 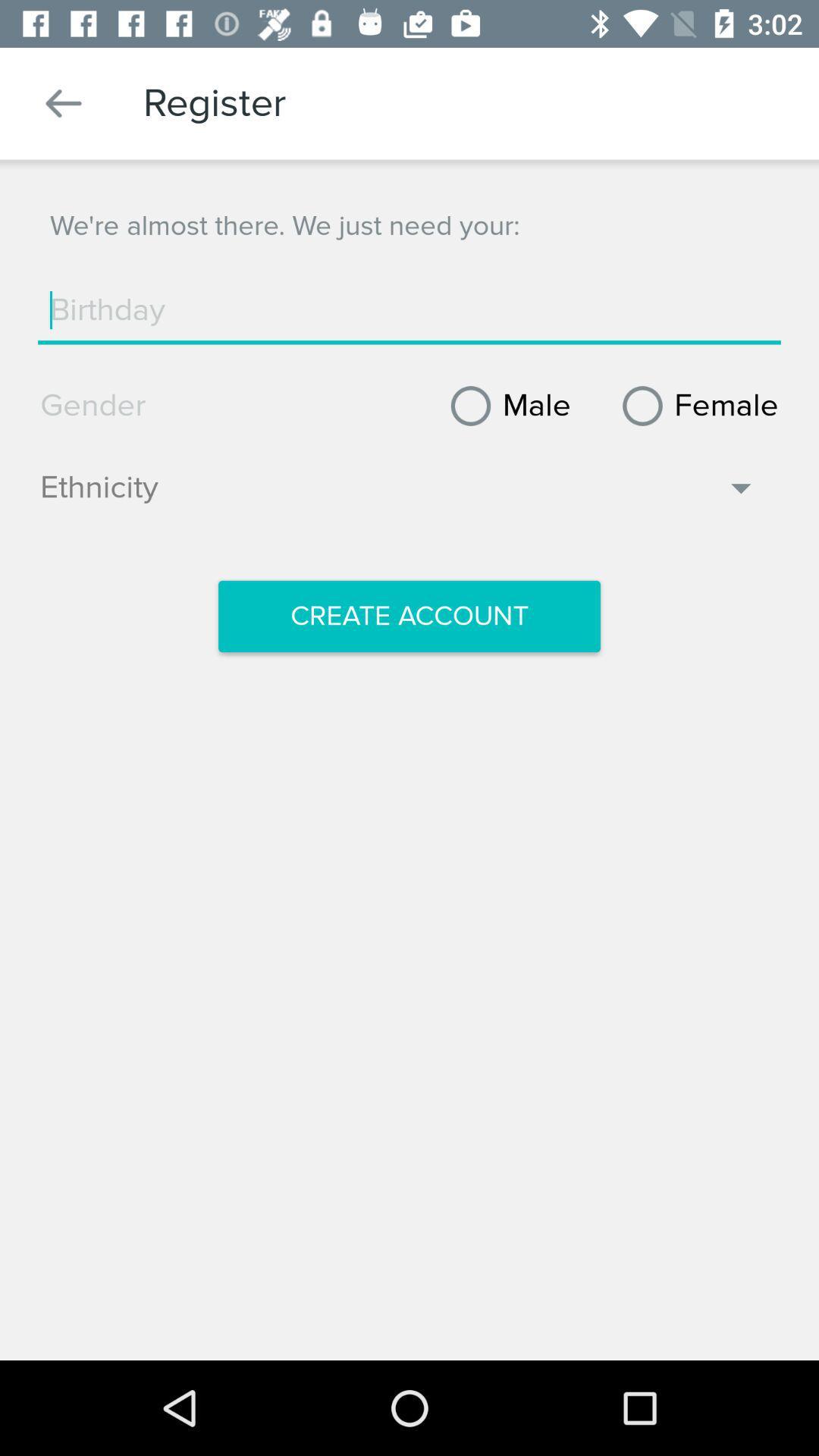 I want to click on birthday, so click(x=409, y=309).